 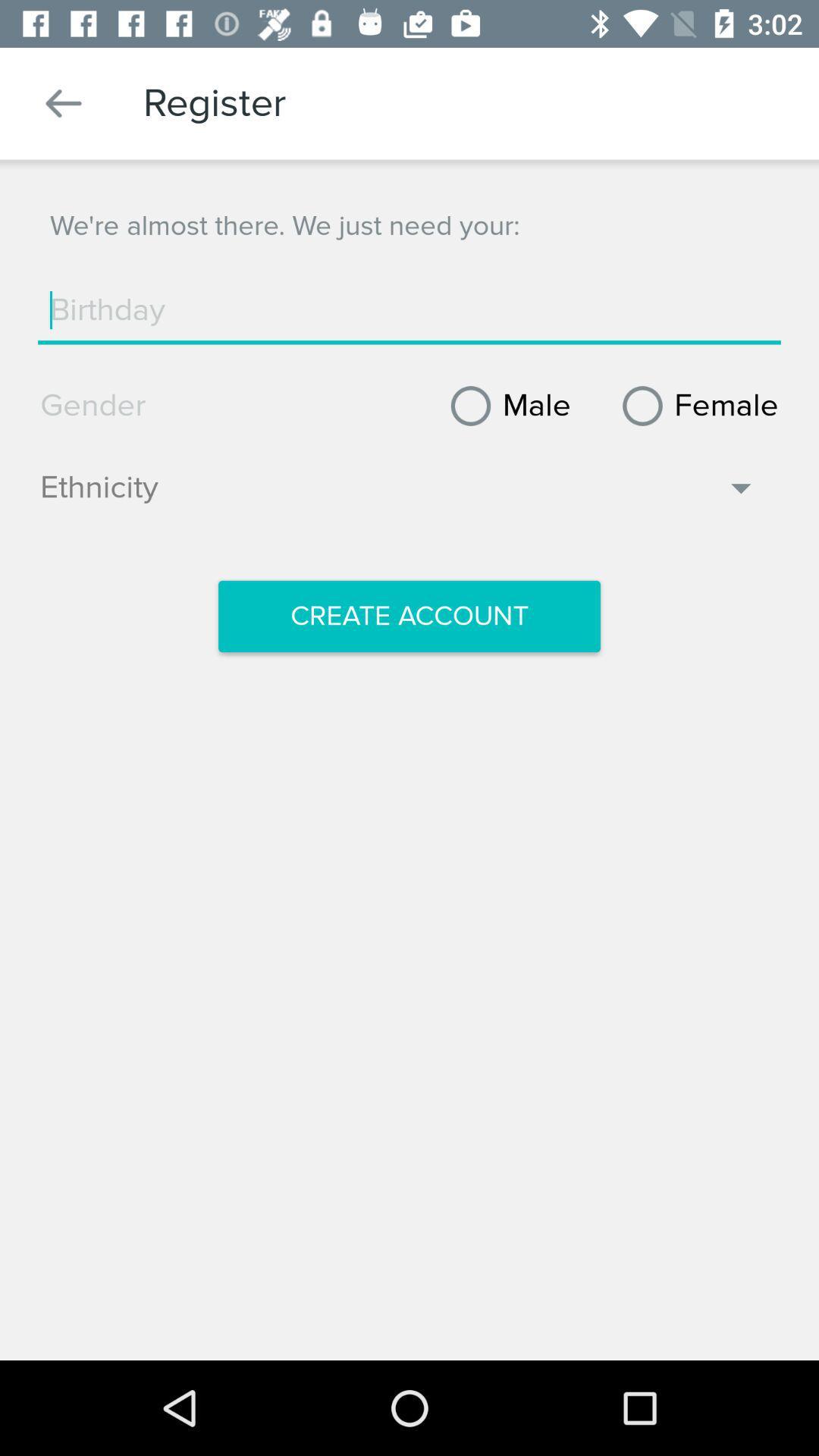 I want to click on birthday, so click(x=409, y=309).